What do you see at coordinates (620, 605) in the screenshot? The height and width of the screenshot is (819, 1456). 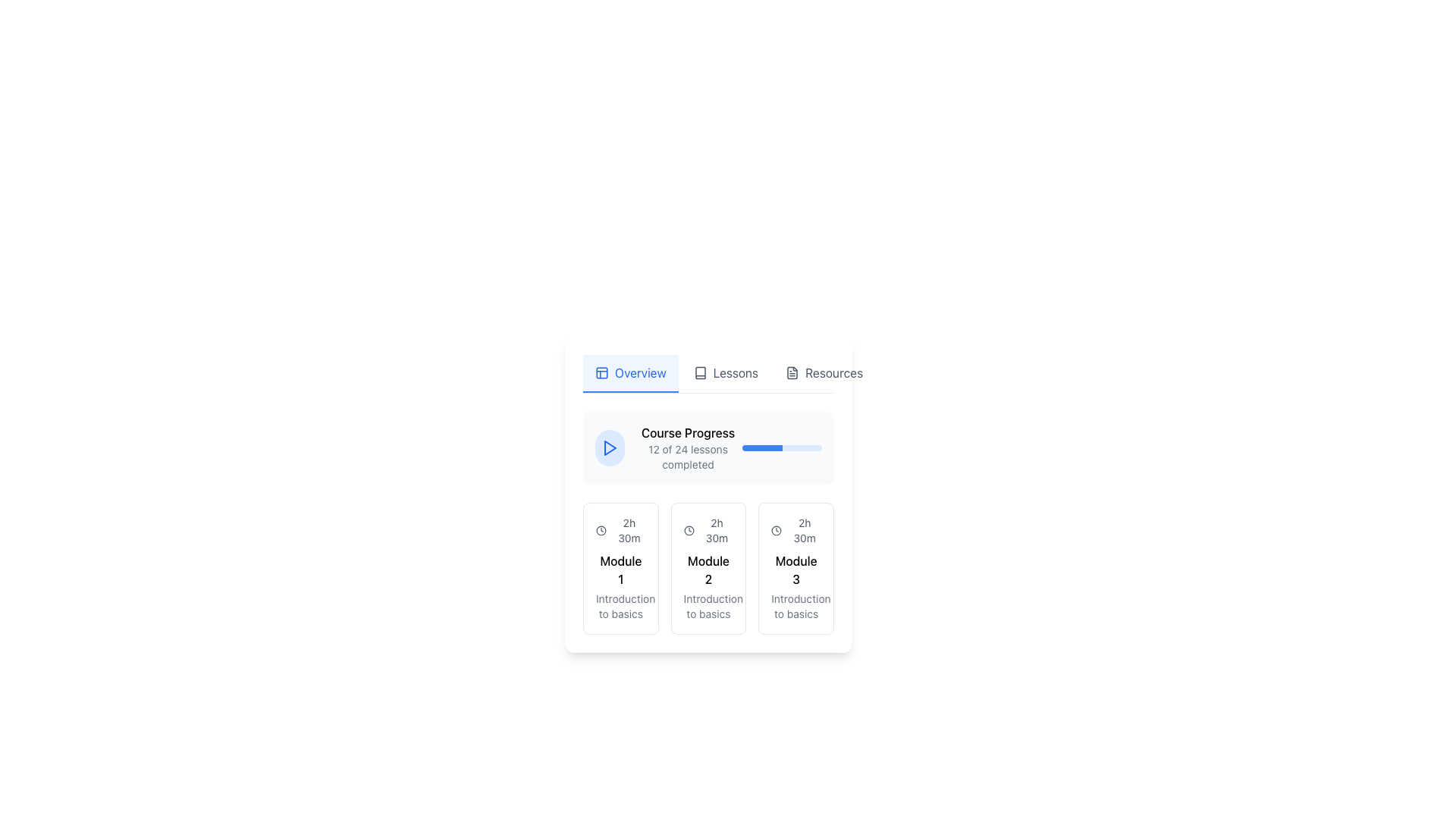 I see `descriptive text label located at the bottom of the 'Module 1' card, which provides context to users browsing the modules` at bounding box center [620, 605].